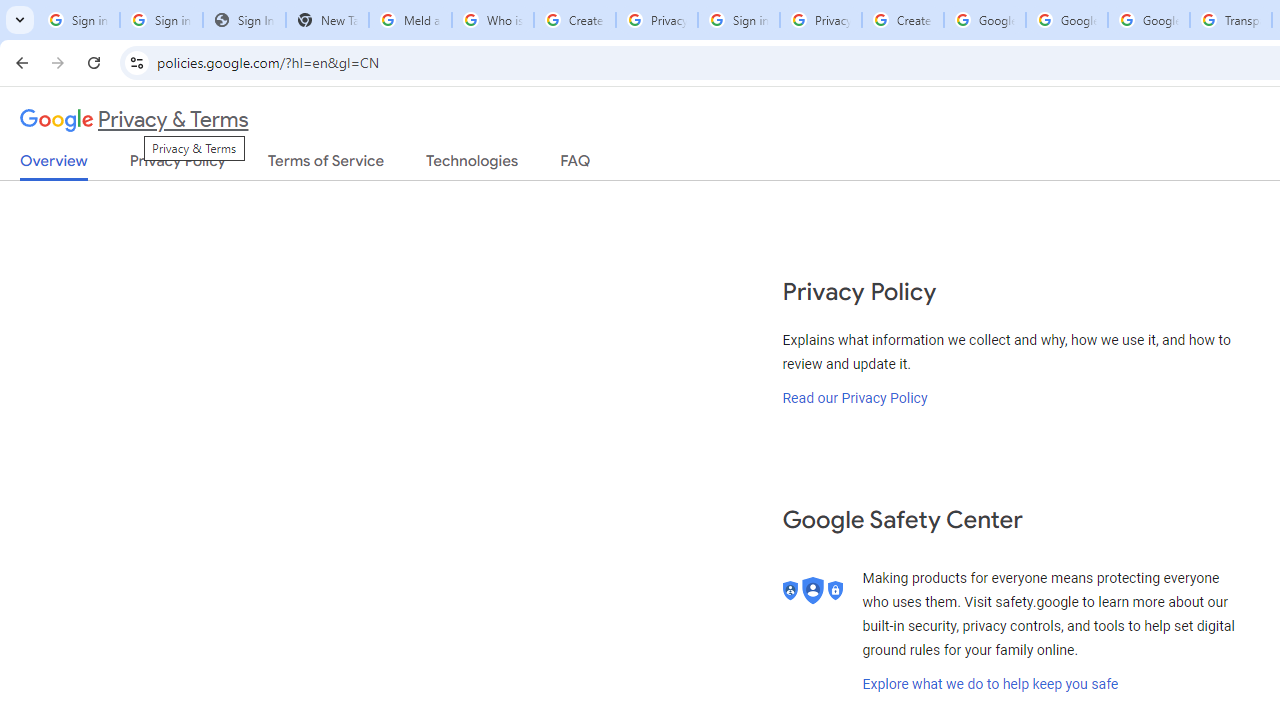 The width and height of the screenshot is (1280, 720). Describe the element at coordinates (93, 61) in the screenshot. I see `'Reload'` at that location.